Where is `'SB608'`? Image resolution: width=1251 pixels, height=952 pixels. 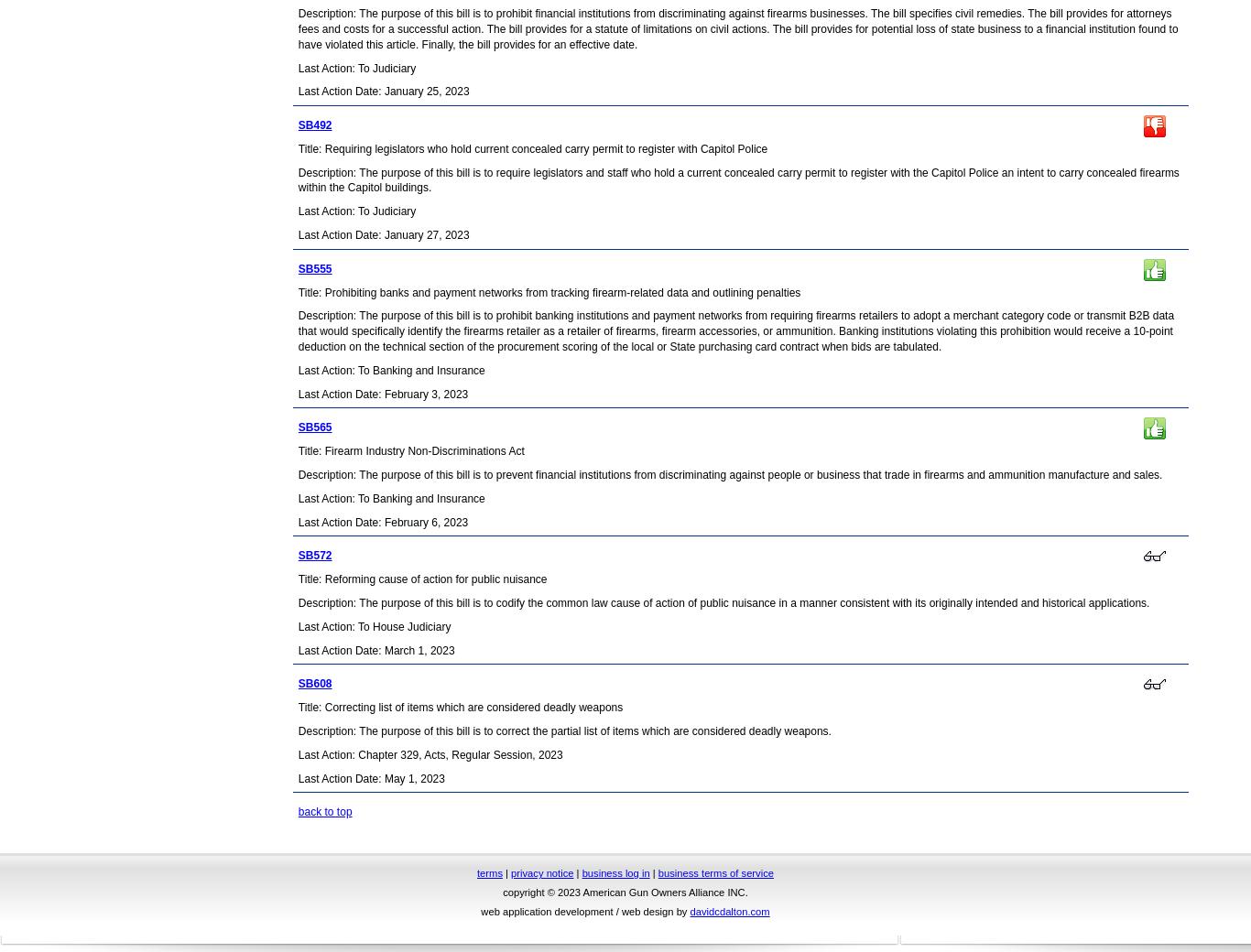 'SB608' is located at coordinates (313, 684).